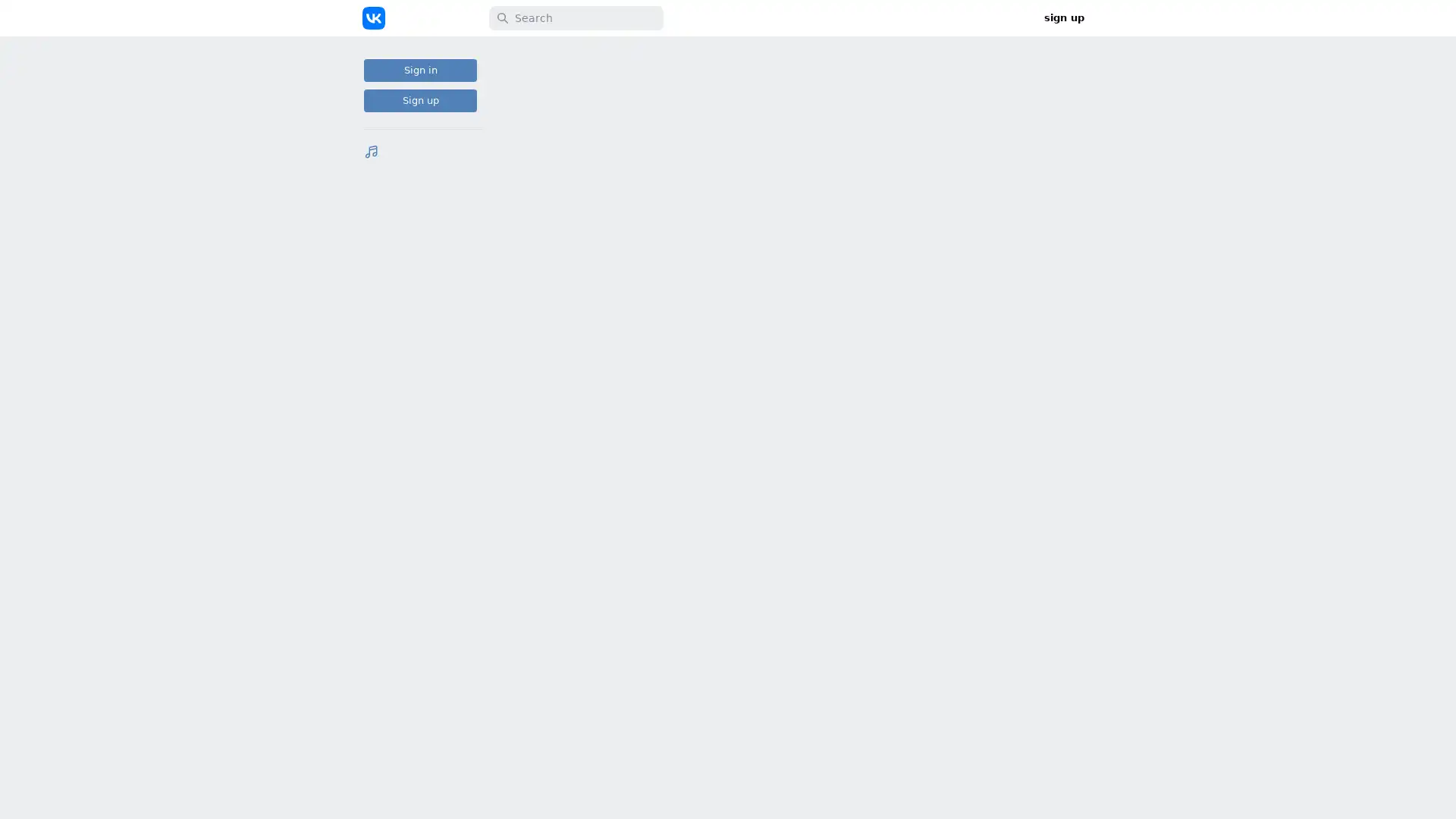 The width and height of the screenshot is (1456, 819). I want to click on Close, so click(1076, 802).